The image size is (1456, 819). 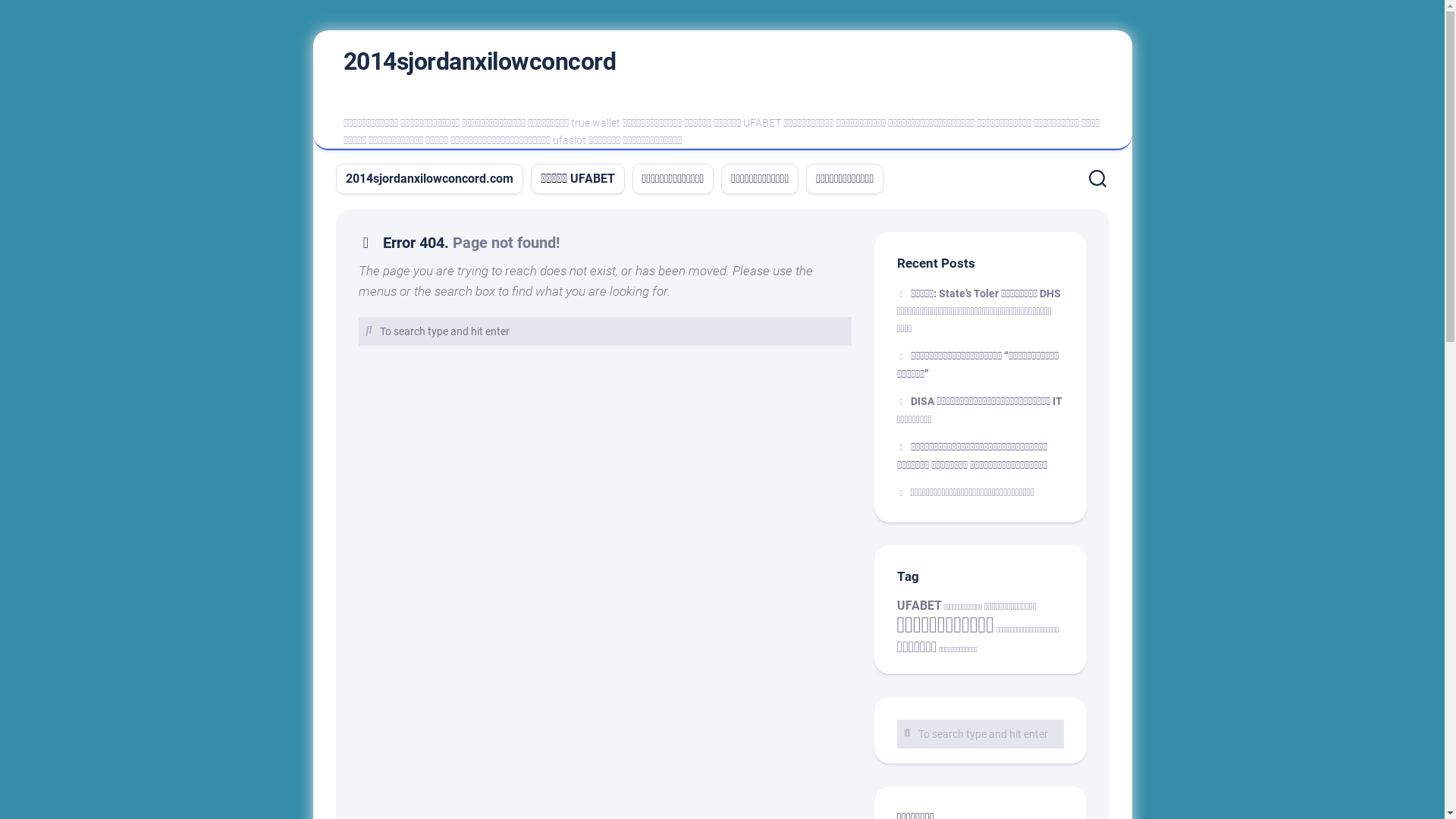 I want to click on '2014sjordanxilowconcord', so click(x=479, y=61).